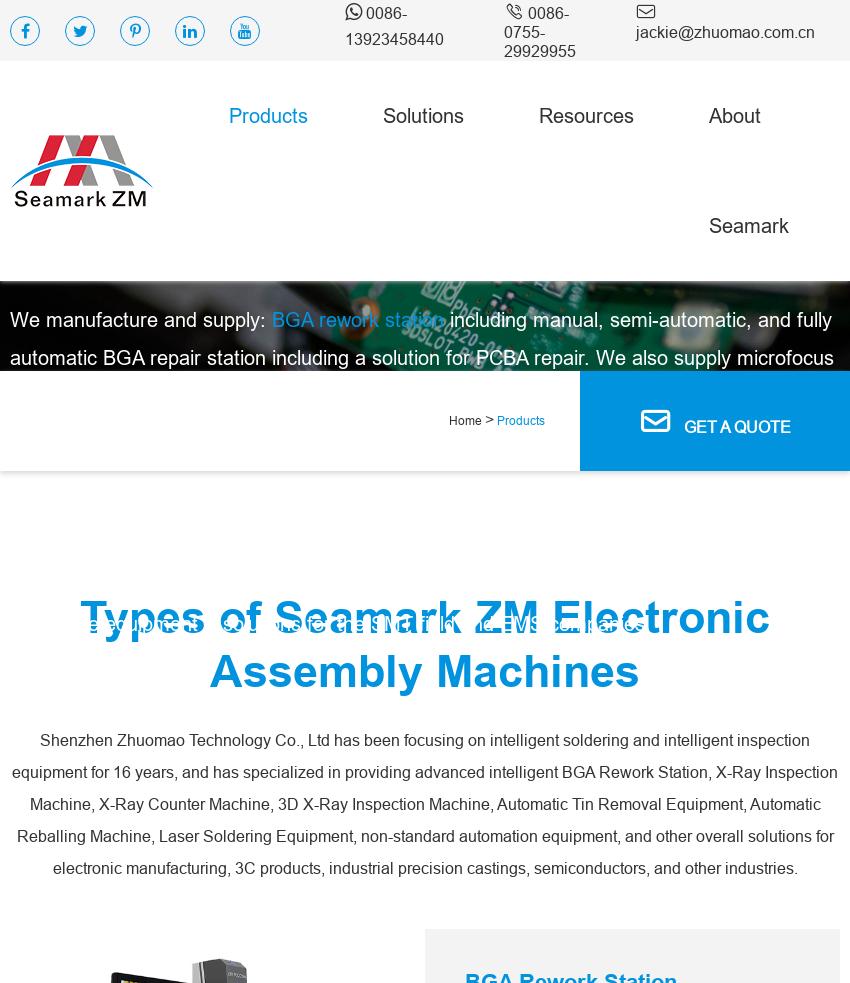 The image size is (850, 983). Describe the element at coordinates (394, 24) in the screenshot. I see `'0086-13923458440'` at that location.